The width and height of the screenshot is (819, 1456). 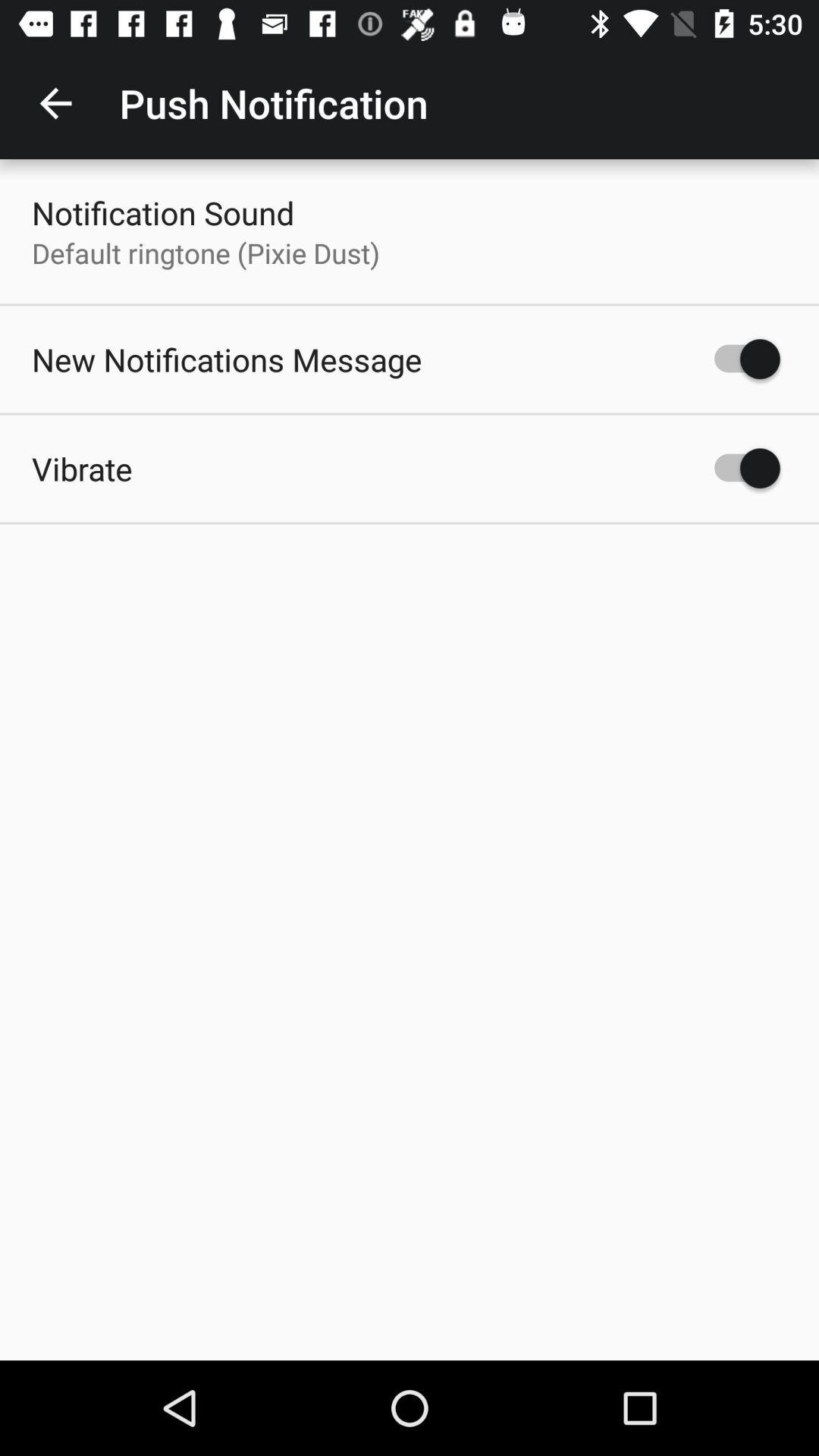 What do you see at coordinates (163, 212) in the screenshot?
I see `notification sound icon` at bounding box center [163, 212].